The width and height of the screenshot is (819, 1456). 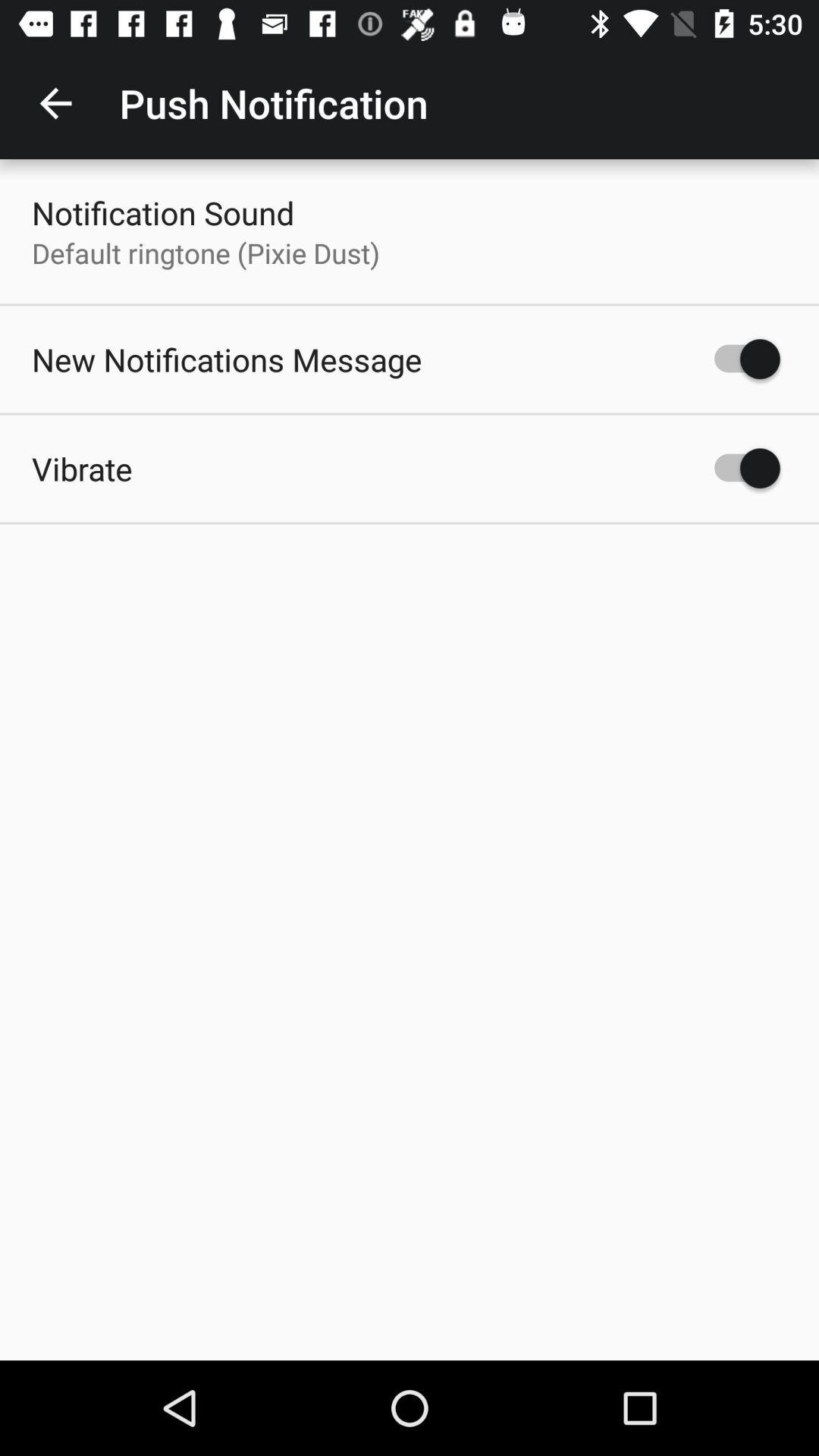 What do you see at coordinates (163, 212) in the screenshot?
I see `notification sound icon` at bounding box center [163, 212].